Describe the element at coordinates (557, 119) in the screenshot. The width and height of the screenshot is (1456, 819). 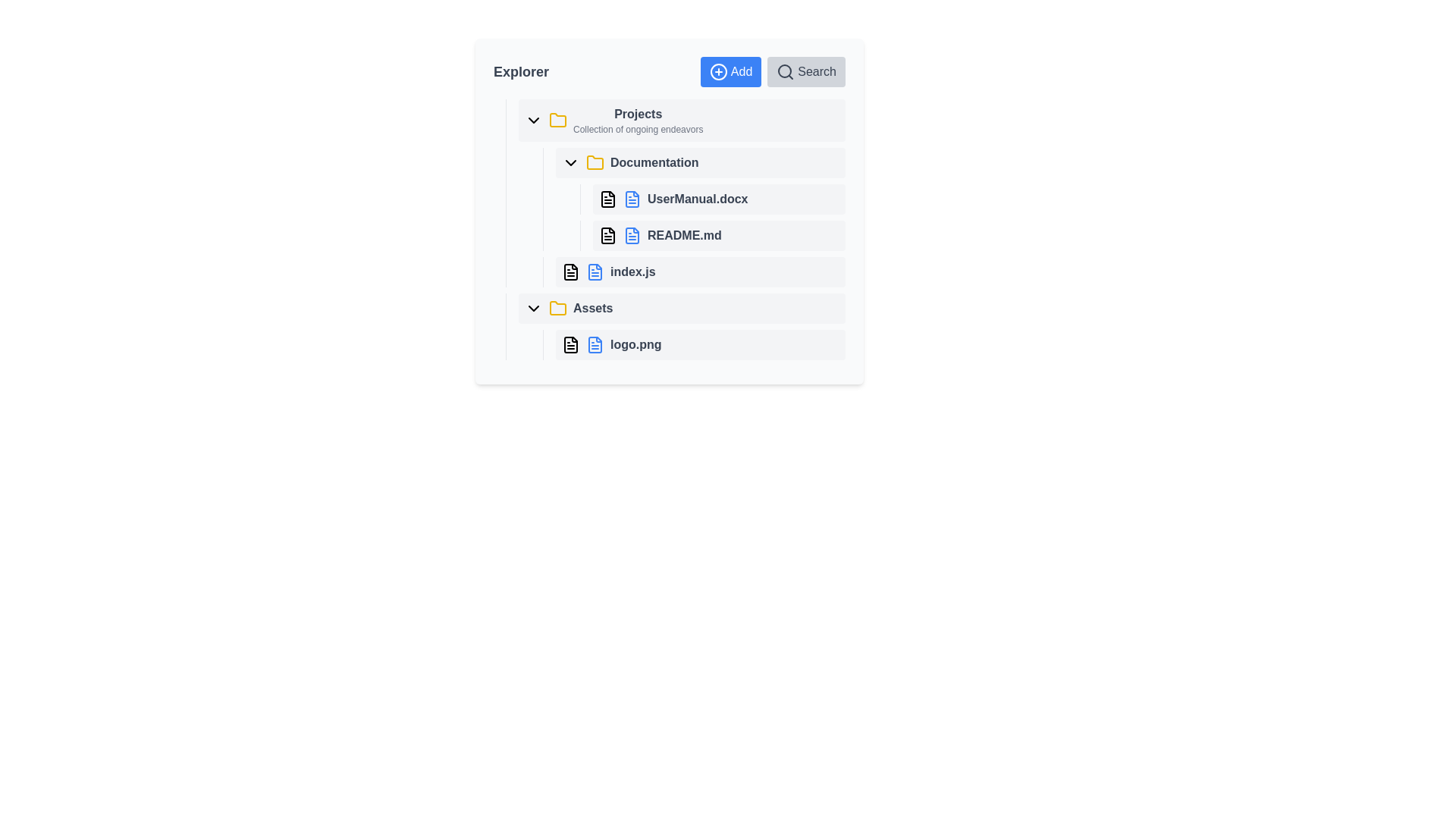
I see `the yellow folder icon representing a directory in the 'Projects' section of the Explorer interface` at that location.